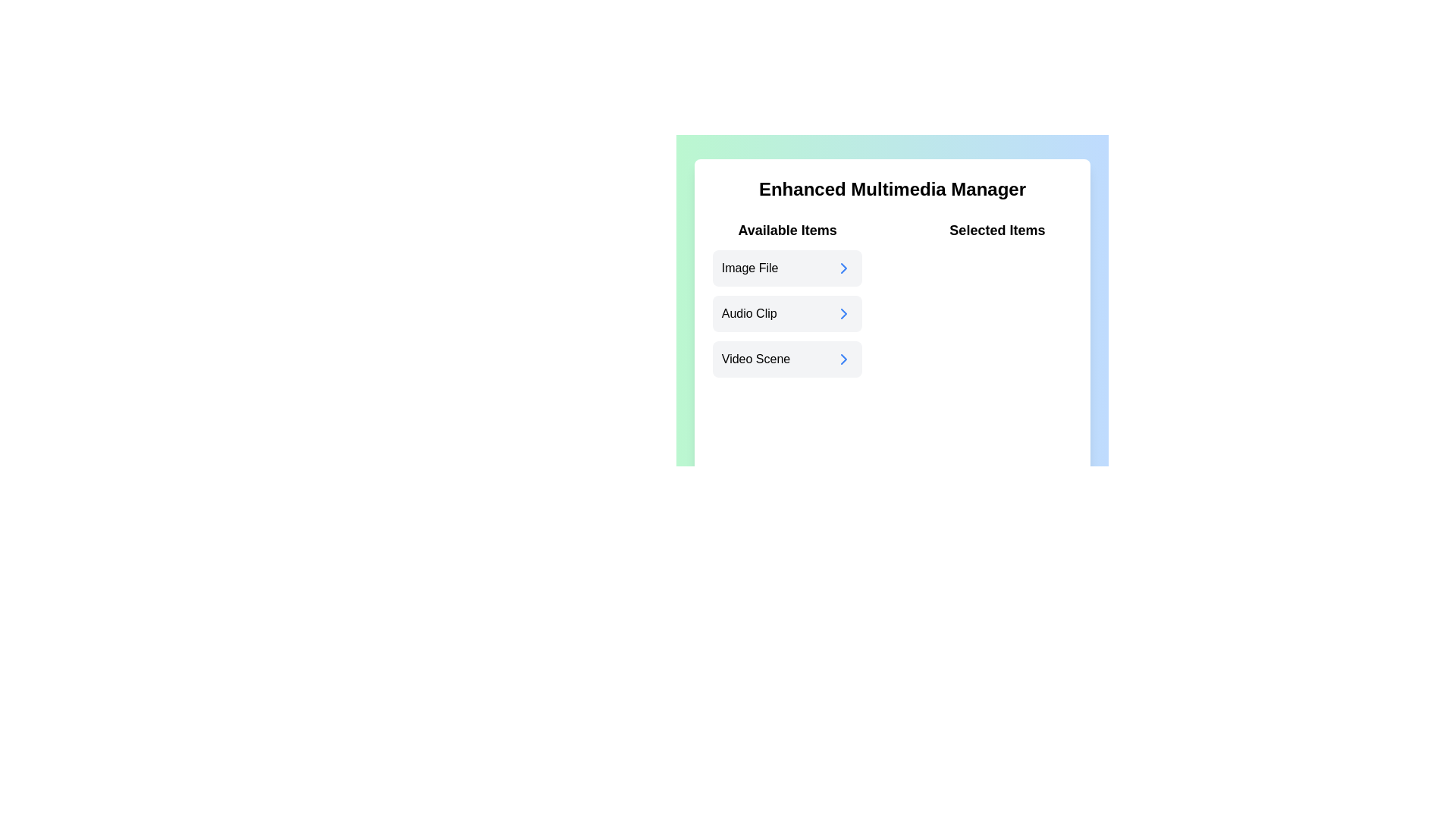  What do you see at coordinates (787, 268) in the screenshot?
I see `the 'Image File' selectable card item, which is the first in the vertical list under the 'Available Items' section` at bounding box center [787, 268].